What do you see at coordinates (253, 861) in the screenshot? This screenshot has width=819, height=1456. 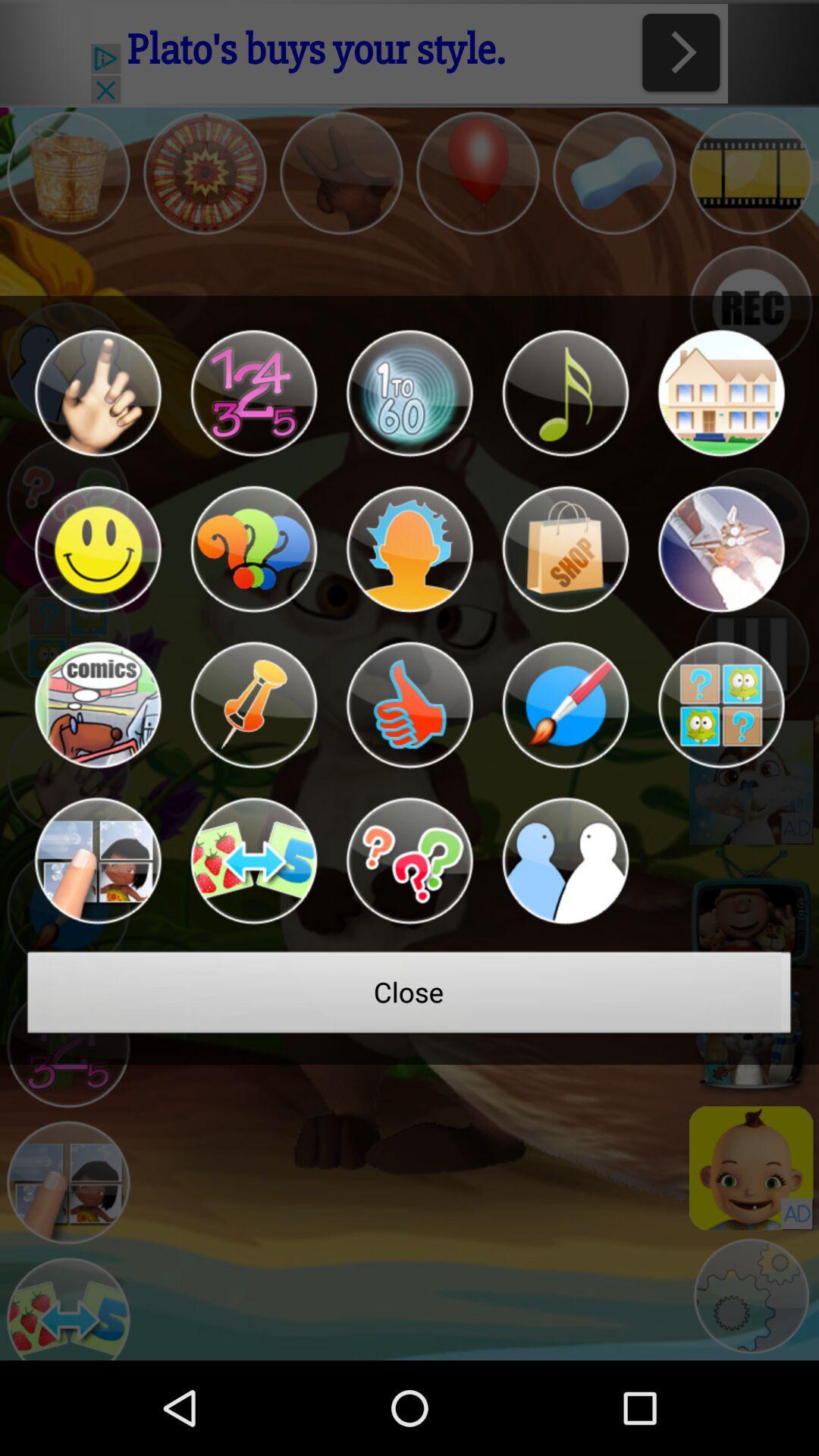 I see `the item above the close item` at bounding box center [253, 861].